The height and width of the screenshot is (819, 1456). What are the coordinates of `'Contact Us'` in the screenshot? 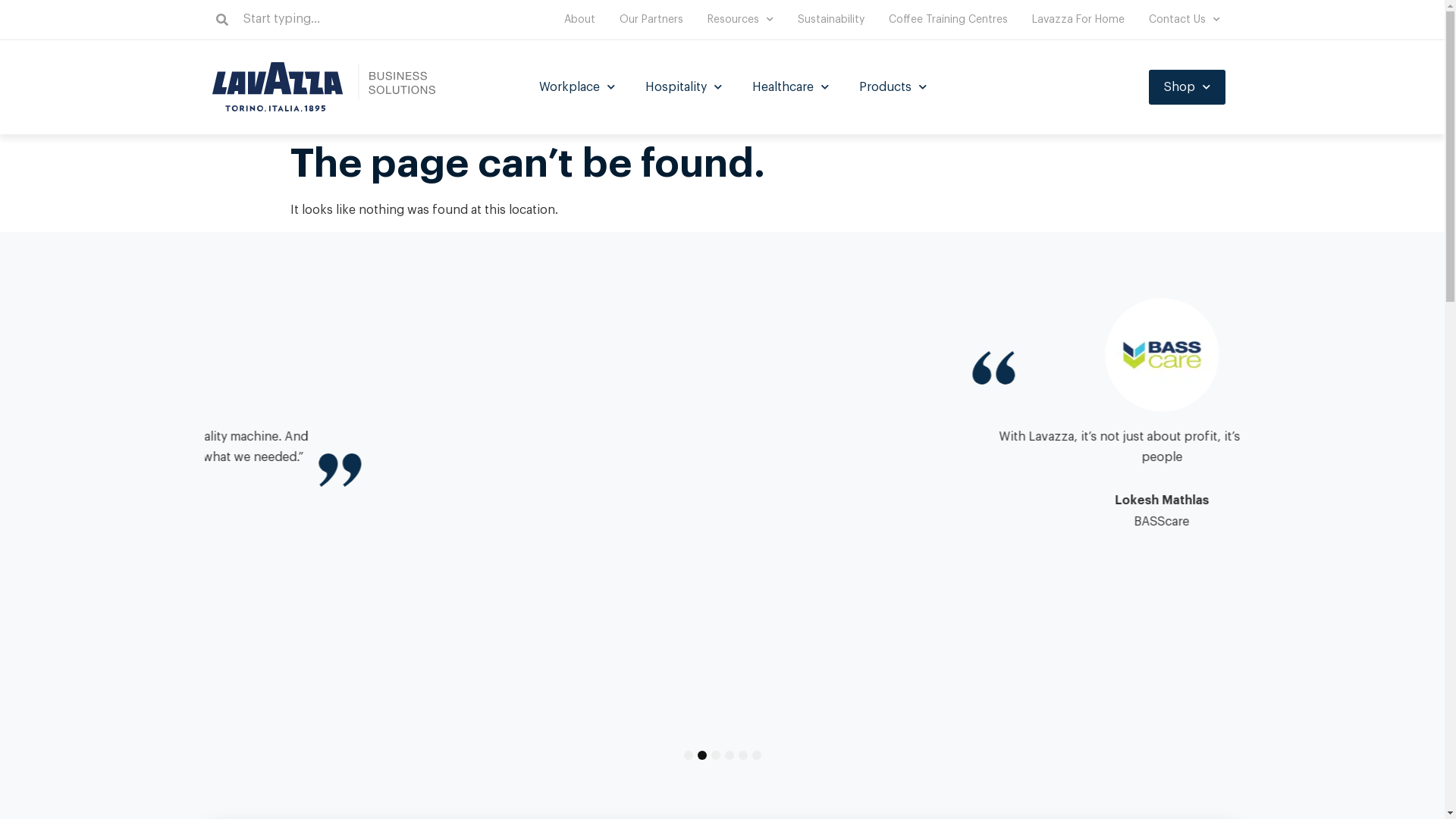 It's located at (1136, 20).